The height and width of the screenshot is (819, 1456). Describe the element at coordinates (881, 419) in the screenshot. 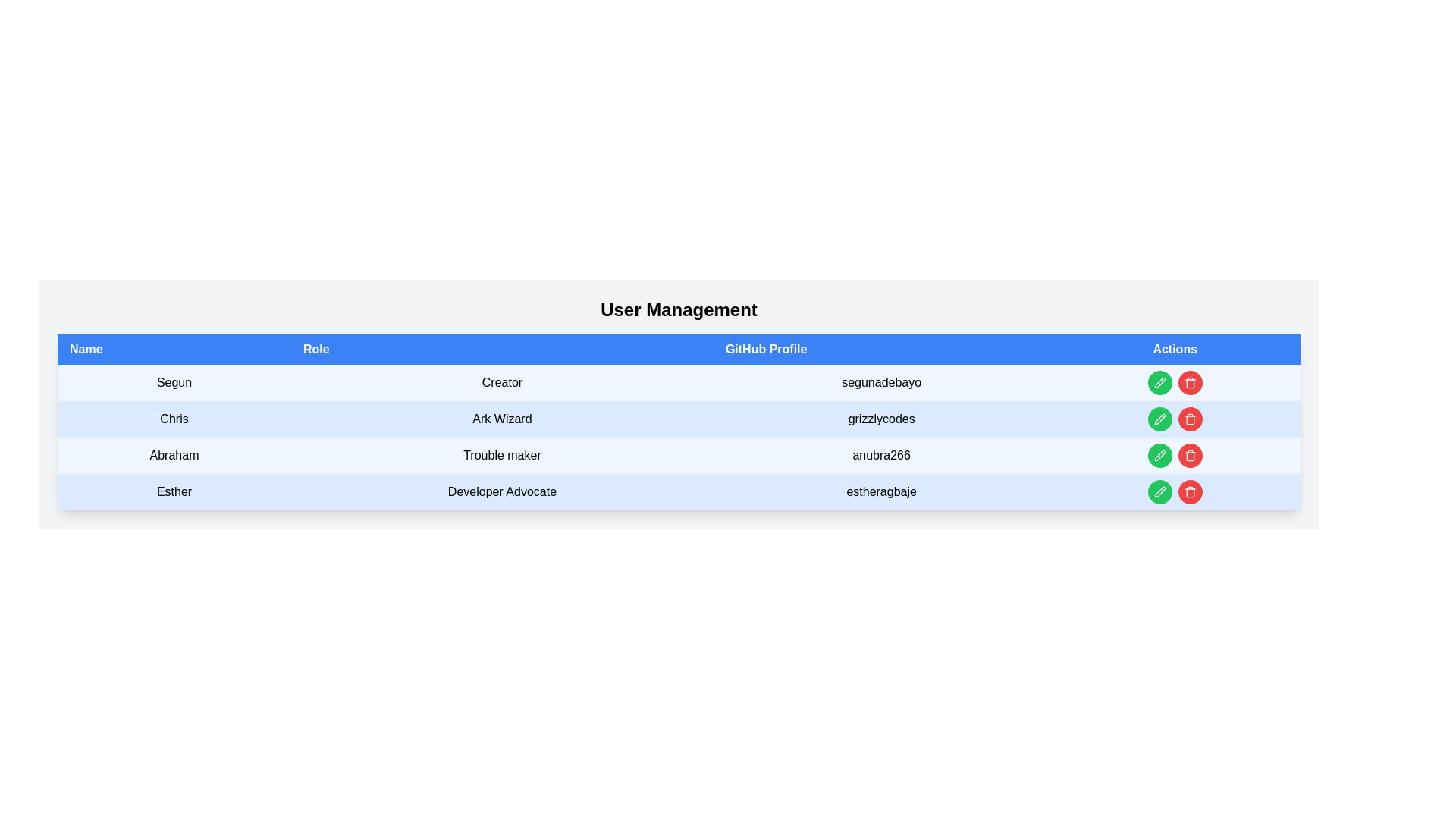

I see `the Text label displaying the GitHub profile identifier or username for the user 'Chris' in the user management table` at that location.